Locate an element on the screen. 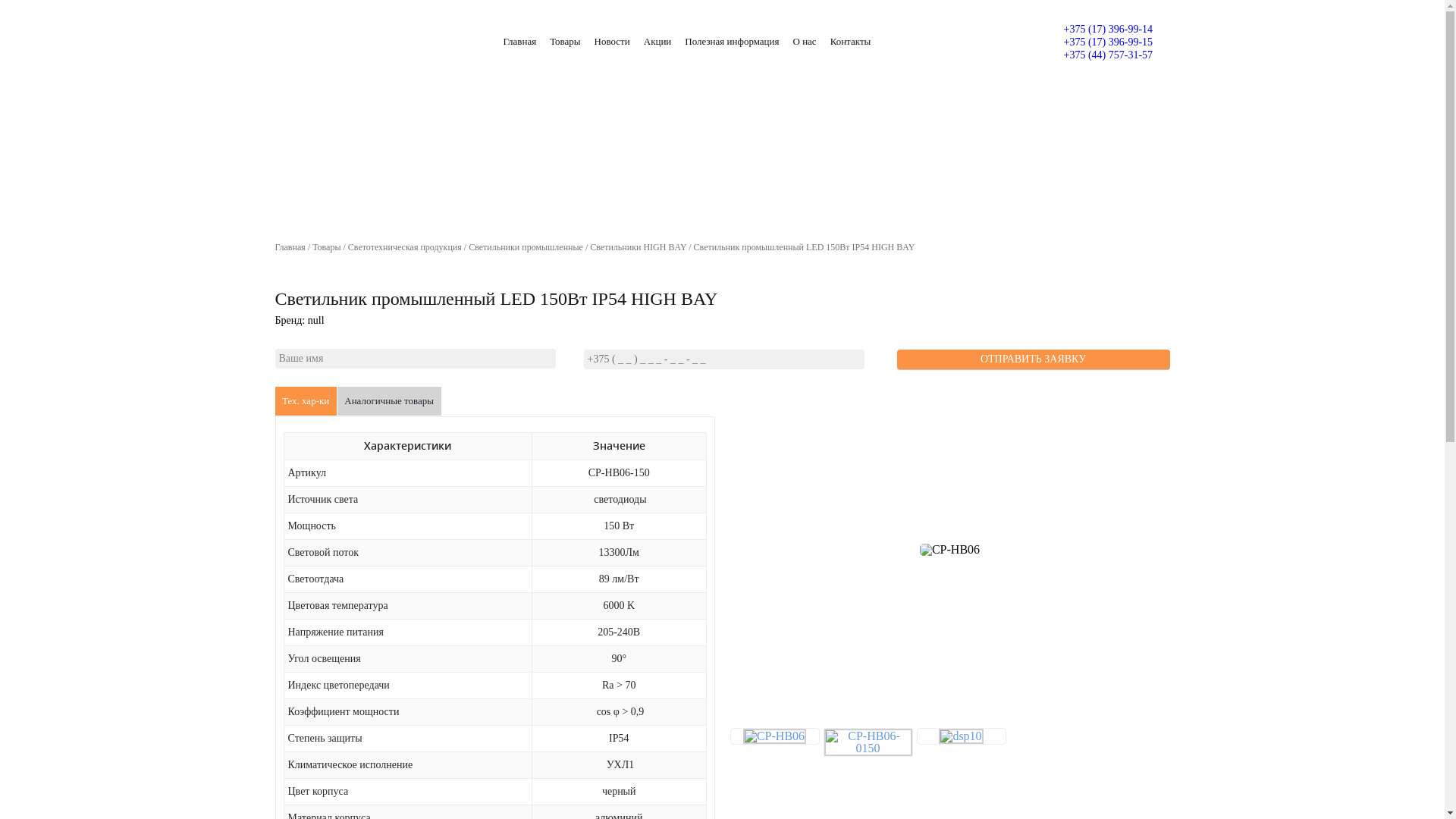 This screenshot has height=819, width=1456. '+375 (17) 396-99-14' is located at coordinates (1107, 29).